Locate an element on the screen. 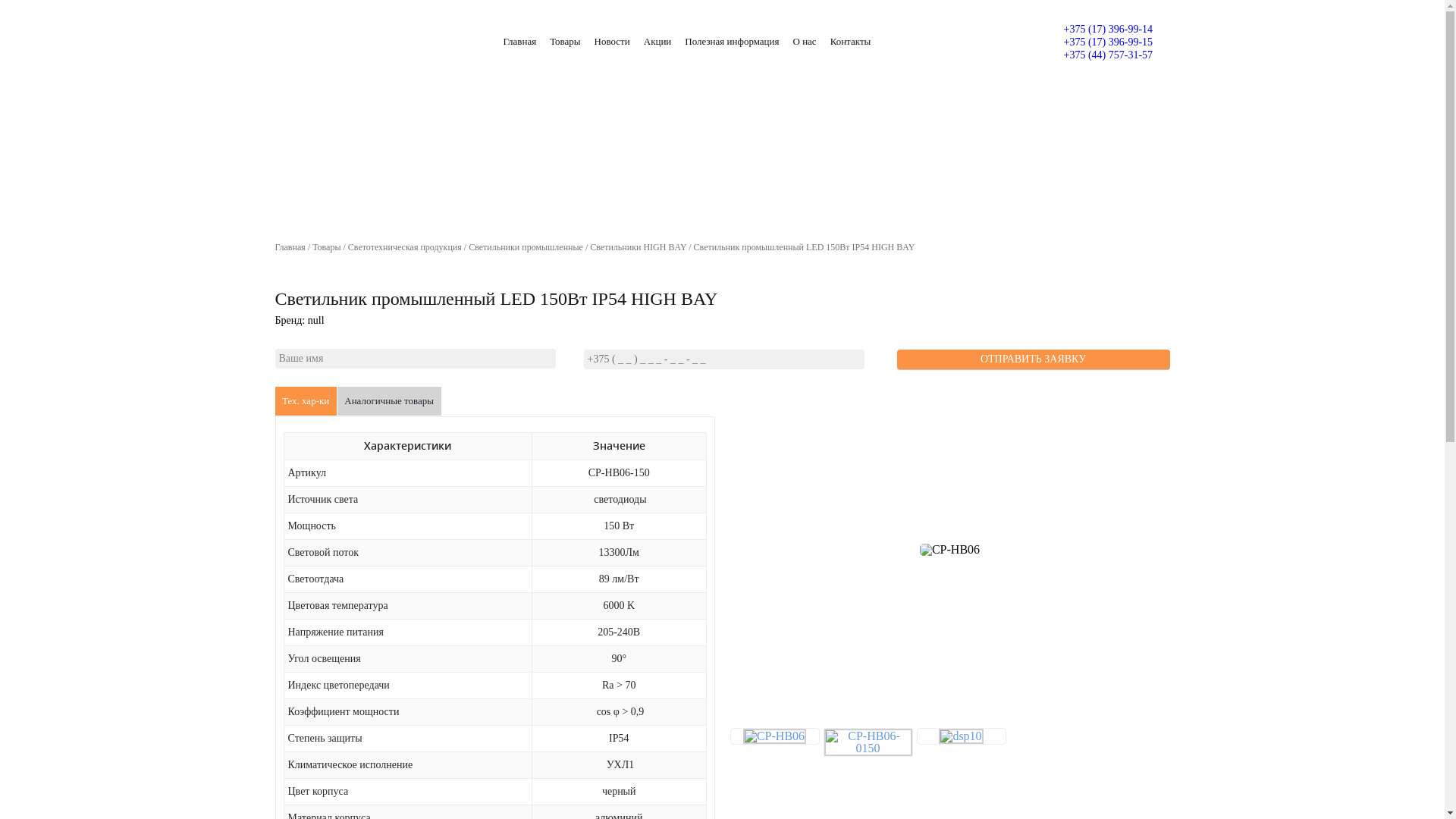 This screenshot has height=819, width=1456. '+375 (17) 396-99-14' is located at coordinates (1107, 29).